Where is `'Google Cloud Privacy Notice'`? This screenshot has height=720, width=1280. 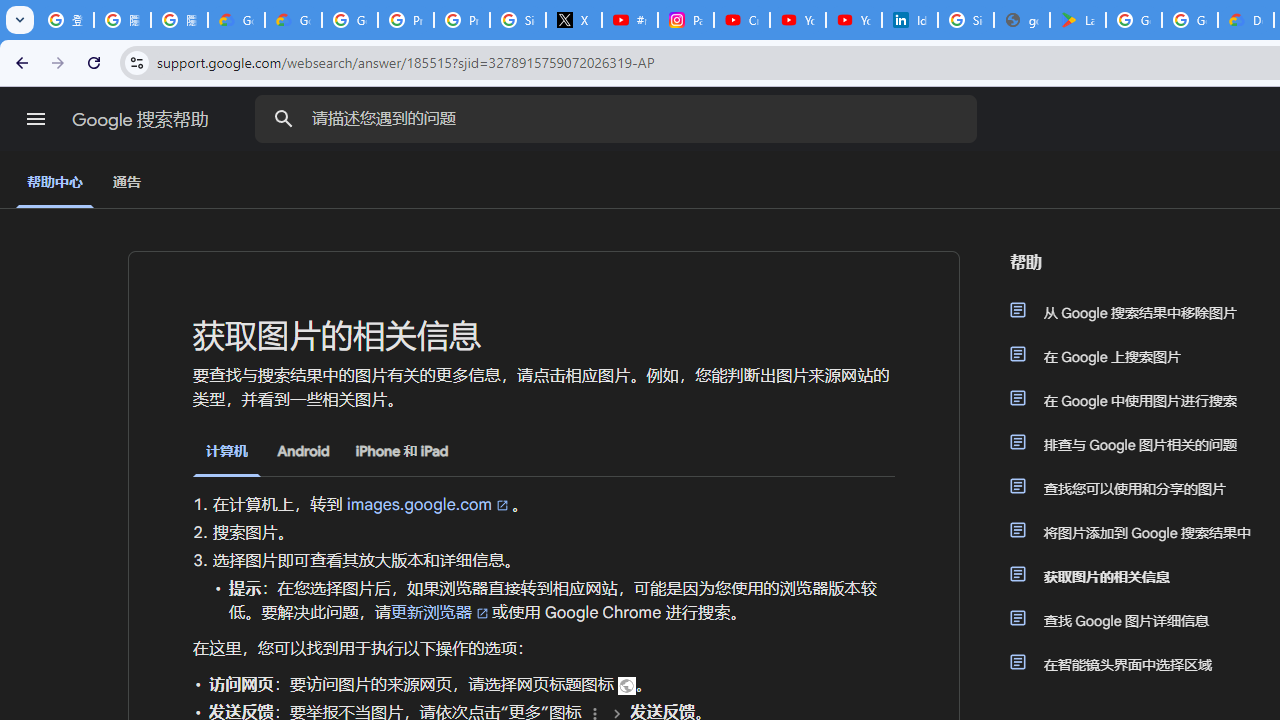 'Google Cloud Privacy Notice' is located at coordinates (292, 20).